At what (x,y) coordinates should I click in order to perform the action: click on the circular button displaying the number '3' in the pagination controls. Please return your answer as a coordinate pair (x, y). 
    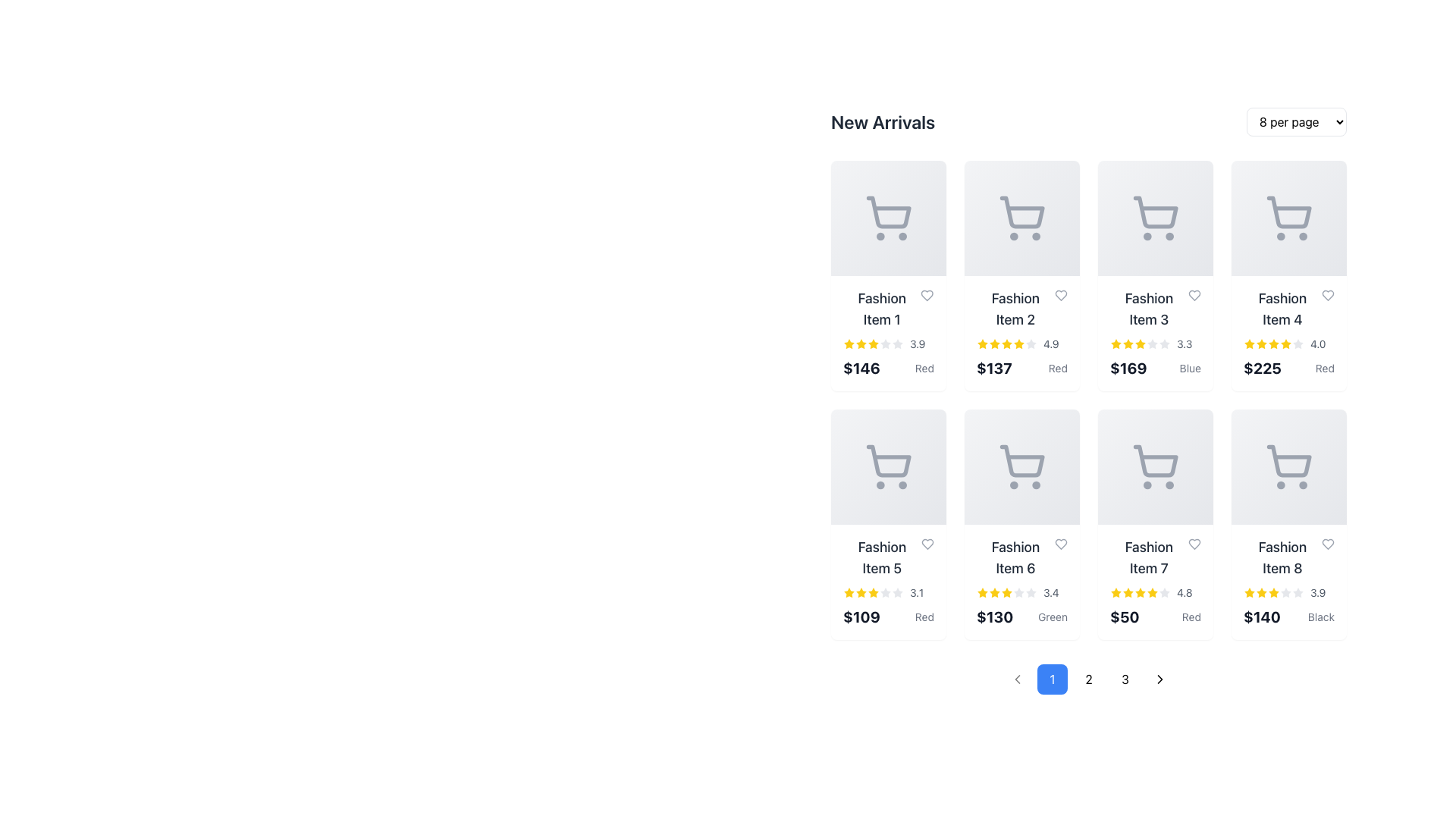
    Looking at the image, I should click on (1125, 678).